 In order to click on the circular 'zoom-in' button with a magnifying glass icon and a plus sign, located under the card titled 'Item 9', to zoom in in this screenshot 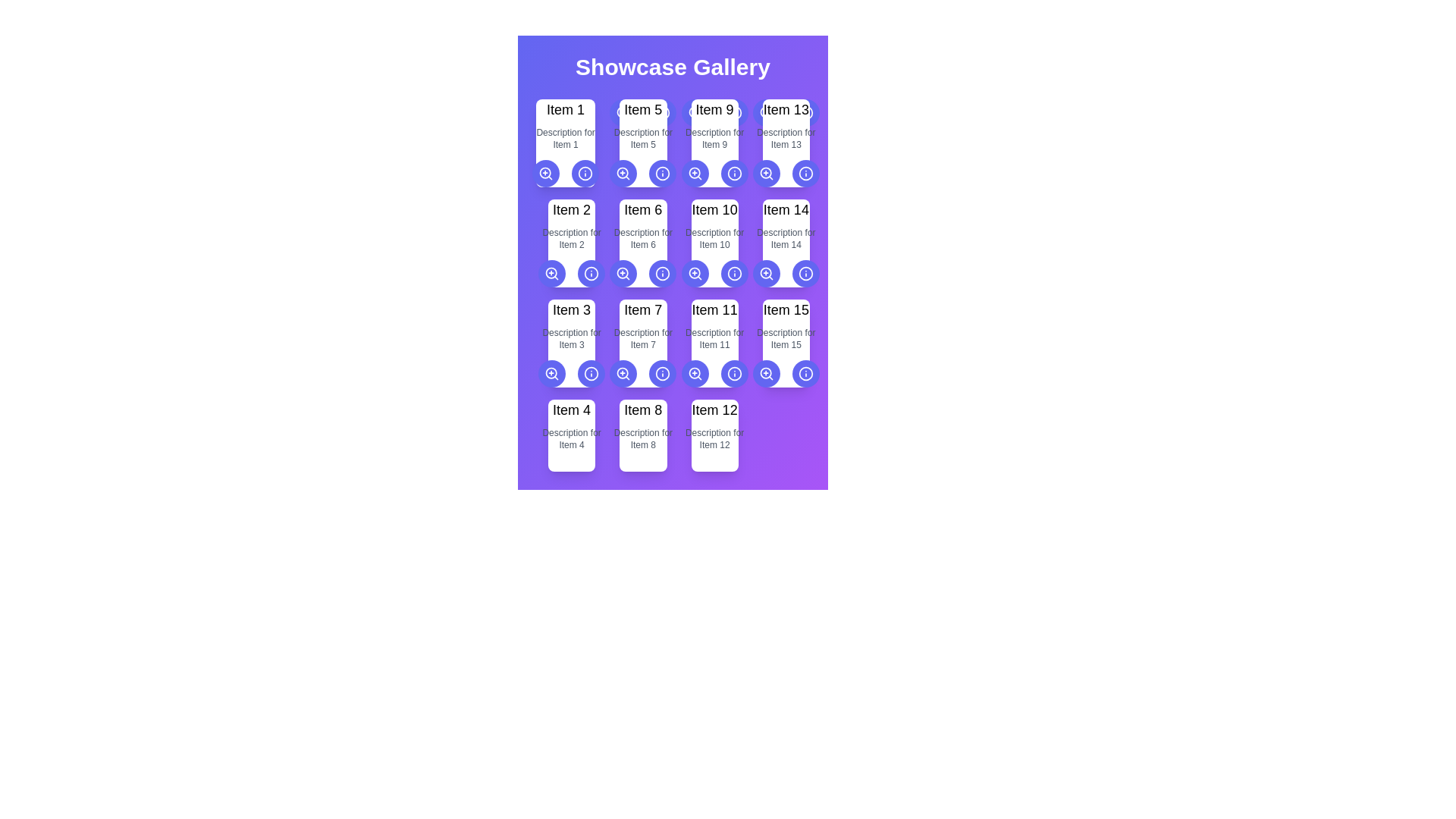, I will do `click(694, 112)`.